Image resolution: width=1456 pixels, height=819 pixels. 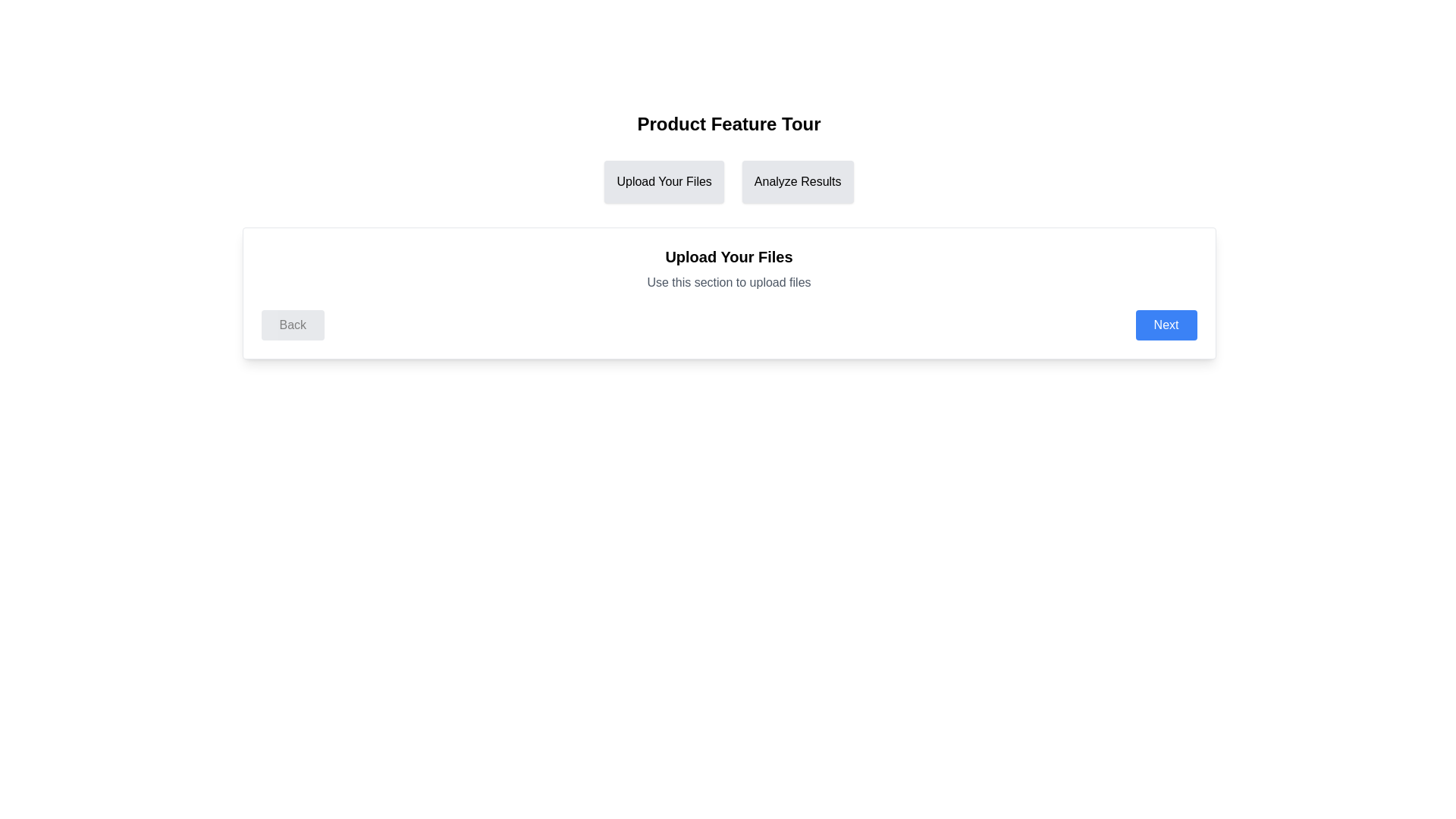 What do you see at coordinates (293, 324) in the screenshot?
I see `the rectangular 'Back' button with a light gray background and black text, located towards the bottom-left region of the main content area` at bounding box center [293, 324].